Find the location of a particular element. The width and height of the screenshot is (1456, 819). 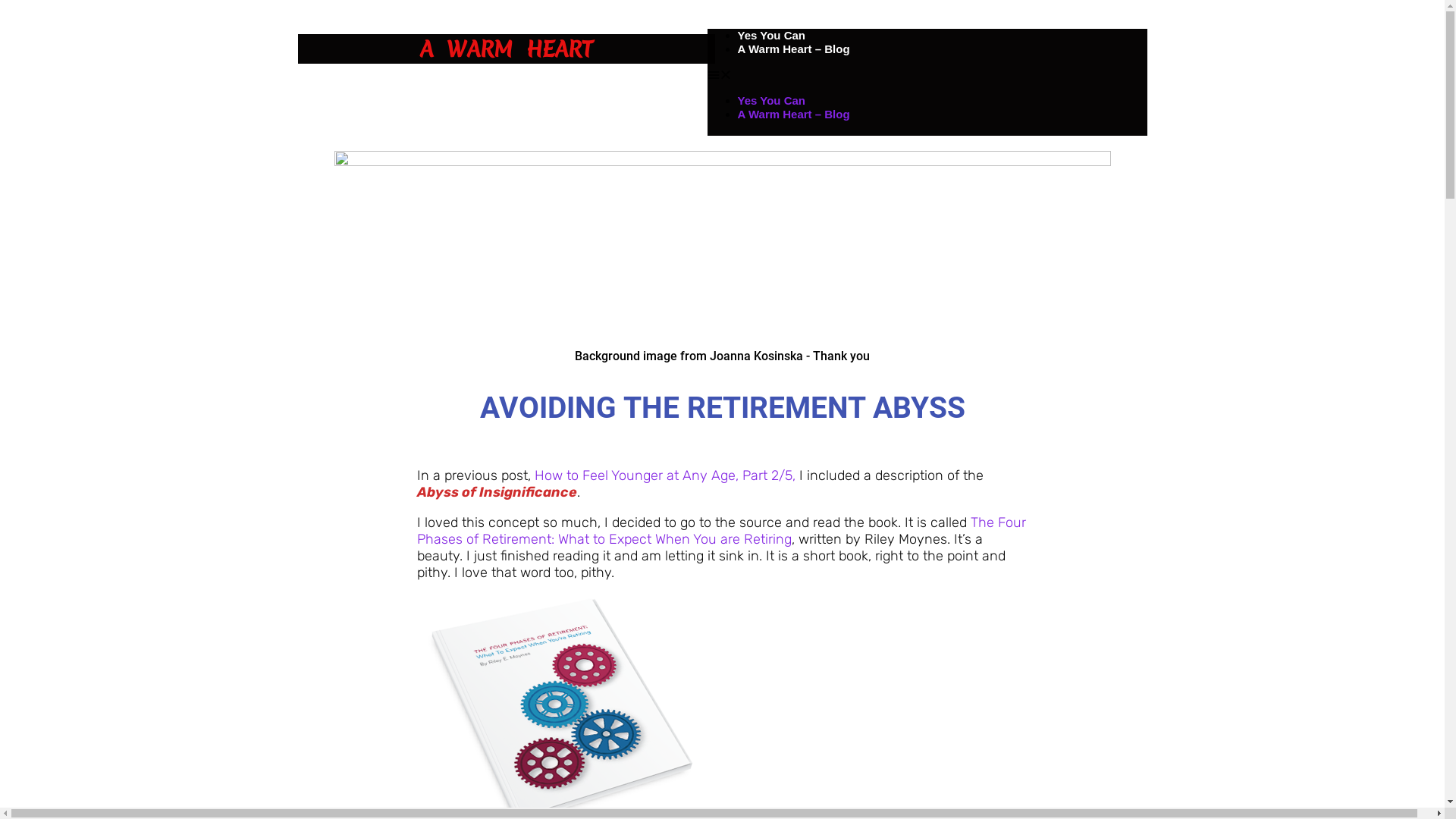

'Yes You Can' is located at coordinates (770, 100).